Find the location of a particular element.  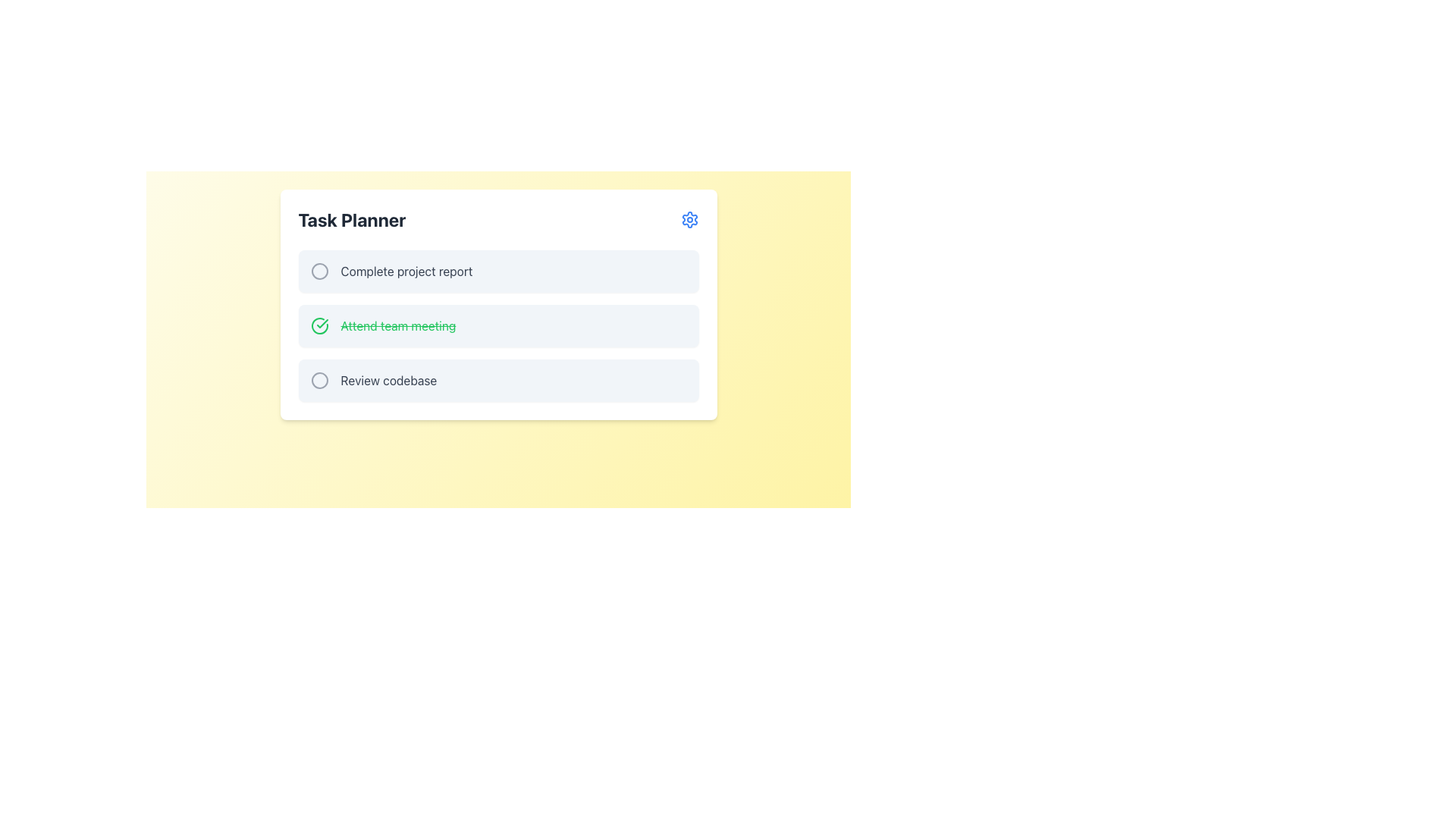

the text label displaying 'Attend team meeting,' which is visually indicated by a strikethrough and green font style, located in the second task row of the Task Planner interface is located at coordinates (398, 325).